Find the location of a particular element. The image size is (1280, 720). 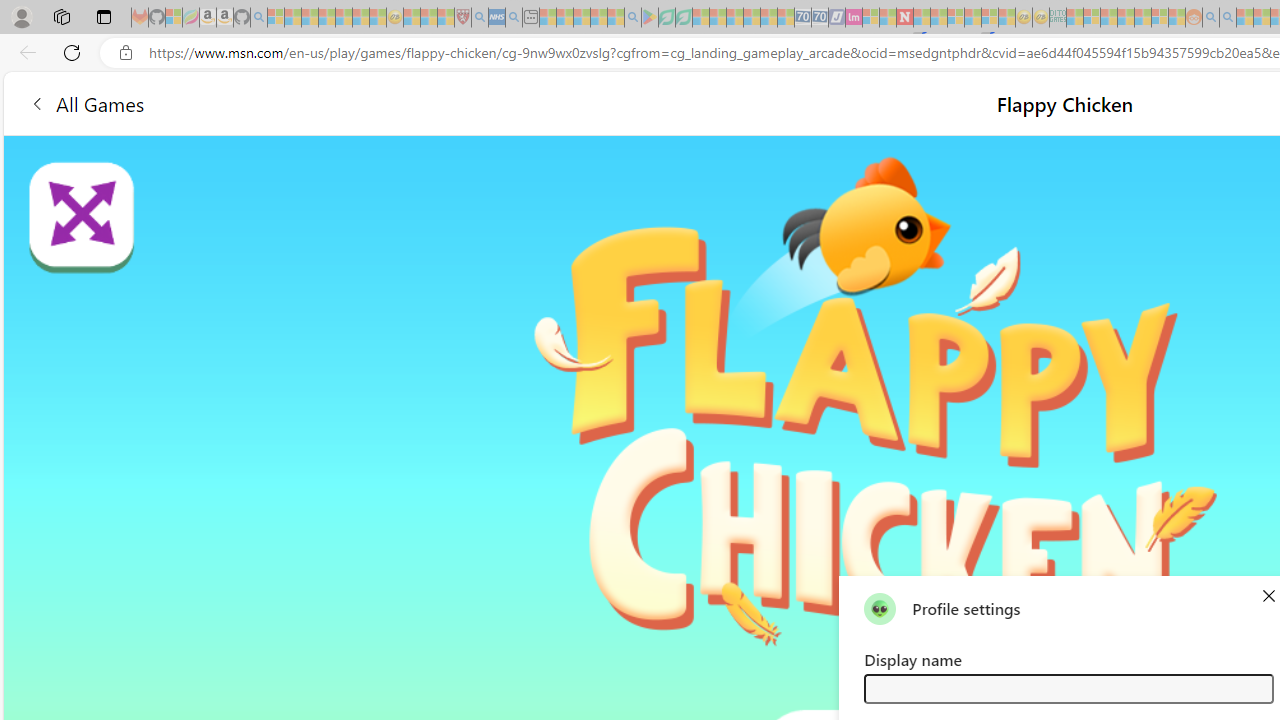

'Kinda Frugal - MSN - Sleeping' is located at coordinates (1143, 17).